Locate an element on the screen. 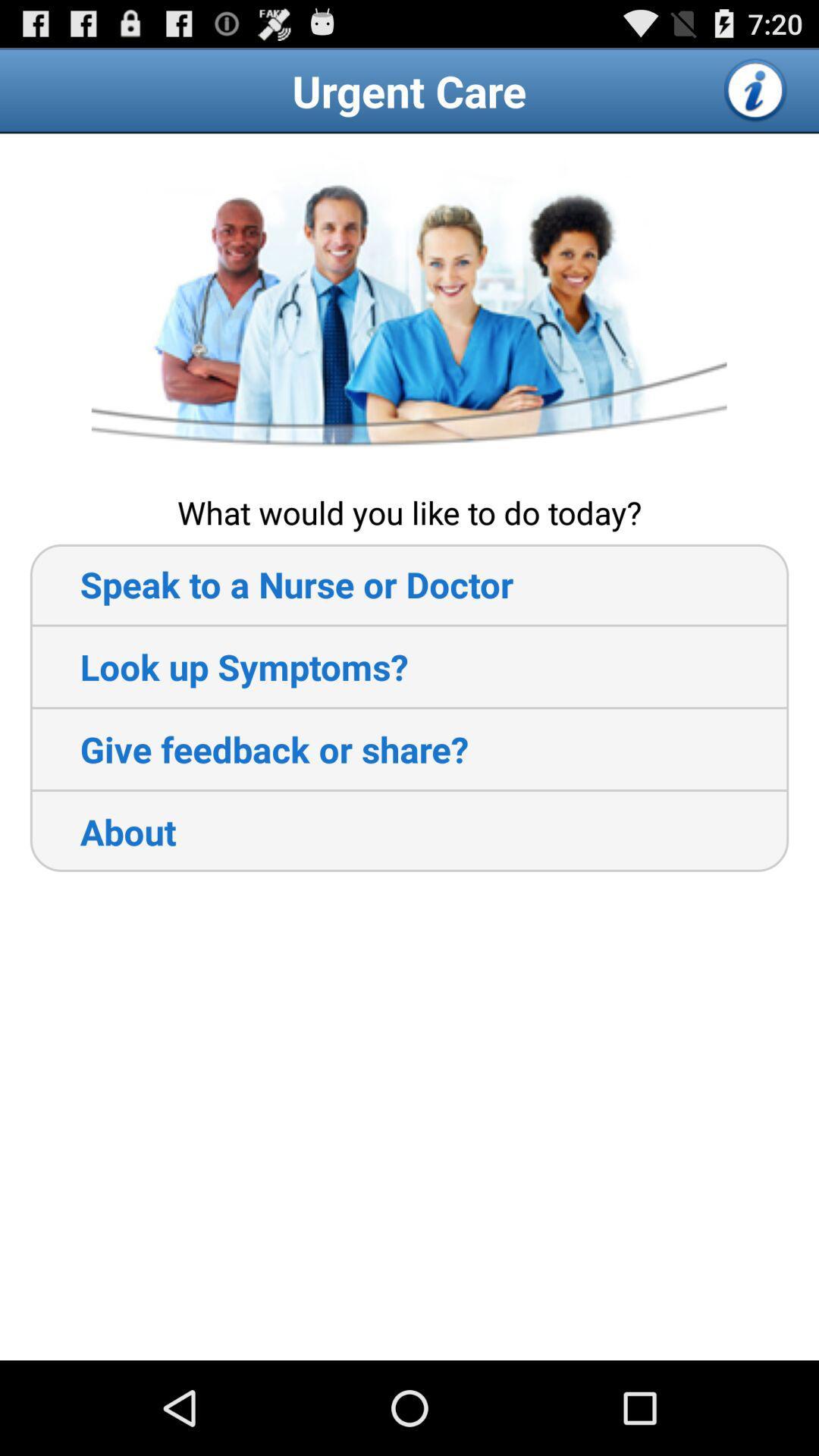 The height and width of the screenshot is (1456, 819). open more information is located at coordinates (756, 89).